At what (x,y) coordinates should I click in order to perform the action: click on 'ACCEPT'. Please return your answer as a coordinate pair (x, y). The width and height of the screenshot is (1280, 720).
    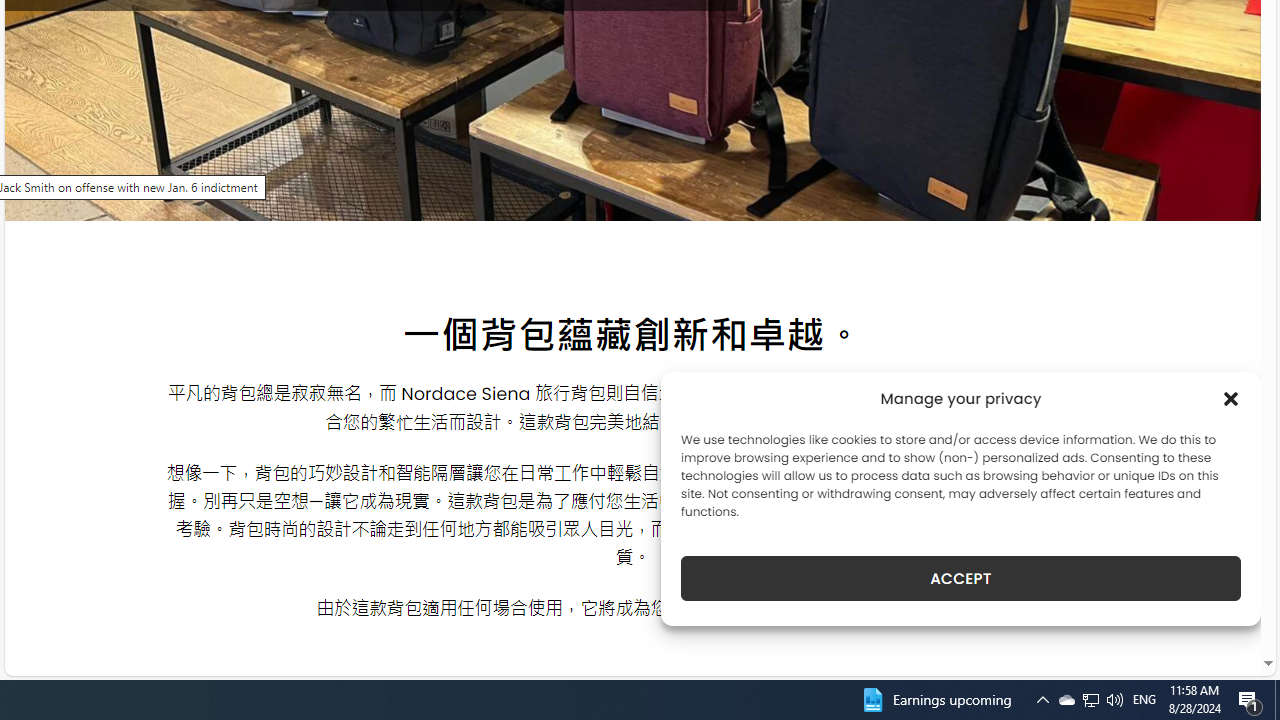
    Looking at the image, I should click on (961, 578).